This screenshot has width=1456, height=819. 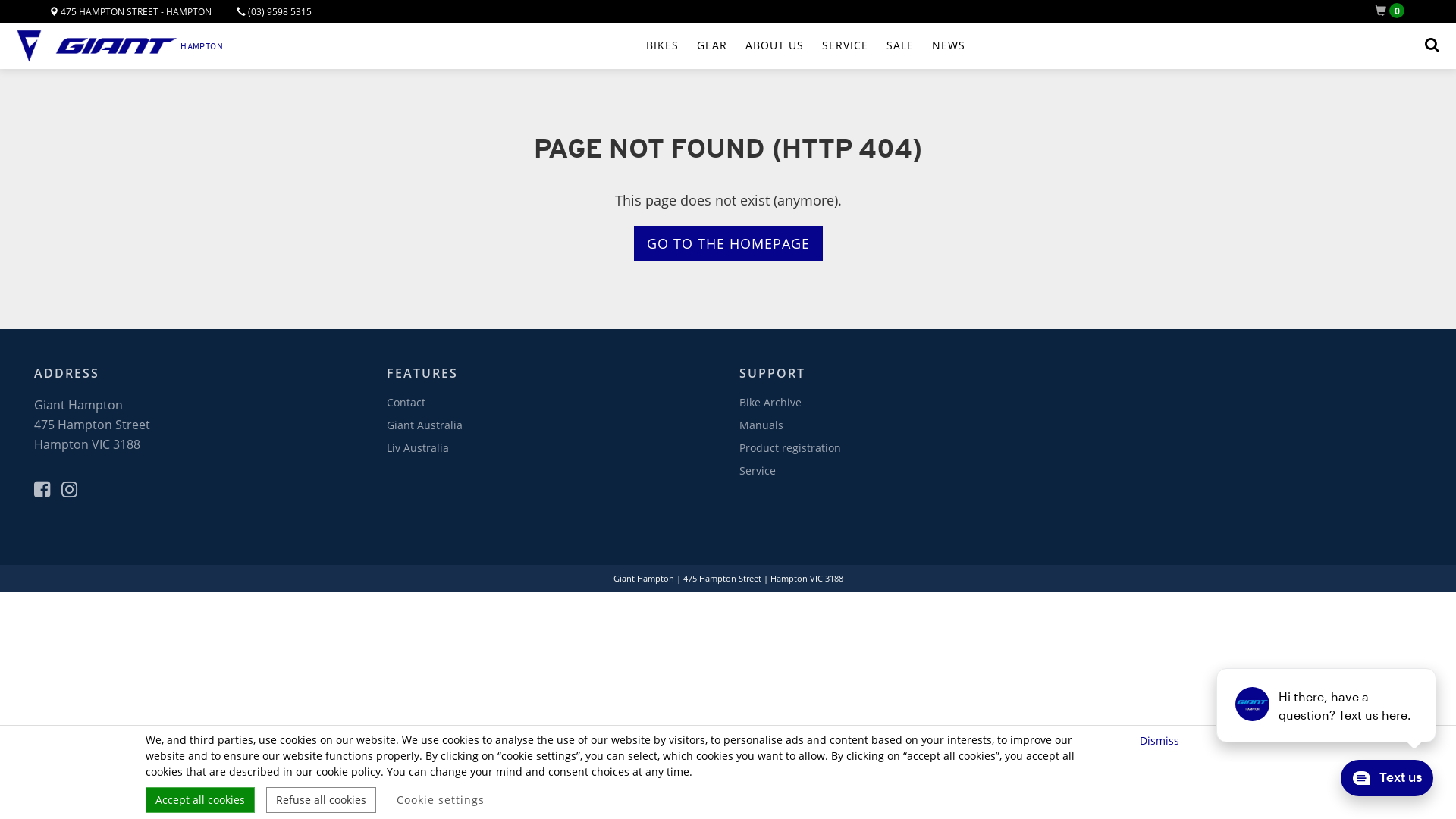 What do you see at coordinates (1392, 11) in the screenshot?
I see `'0'` at bounding box center [1392, 11].